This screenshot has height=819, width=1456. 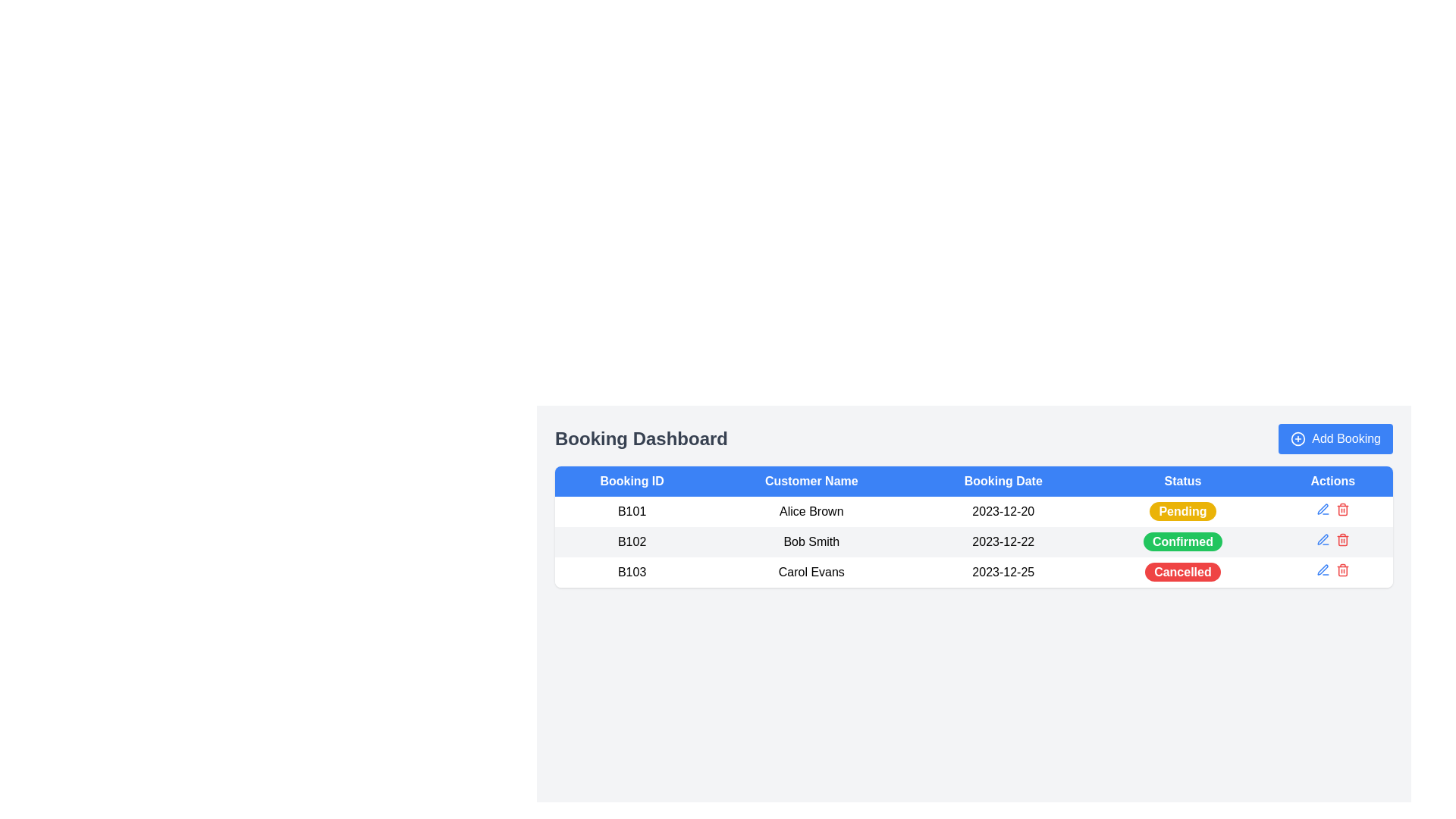 What do you see at coordinates (1332, 539) in the screenshot?
I see `the delete icon in the Action button group for the booking identified as 'B102' with customer name 'Bob Smith', located in the 'Actions' column of the table` at bounding box center [1332, 539].